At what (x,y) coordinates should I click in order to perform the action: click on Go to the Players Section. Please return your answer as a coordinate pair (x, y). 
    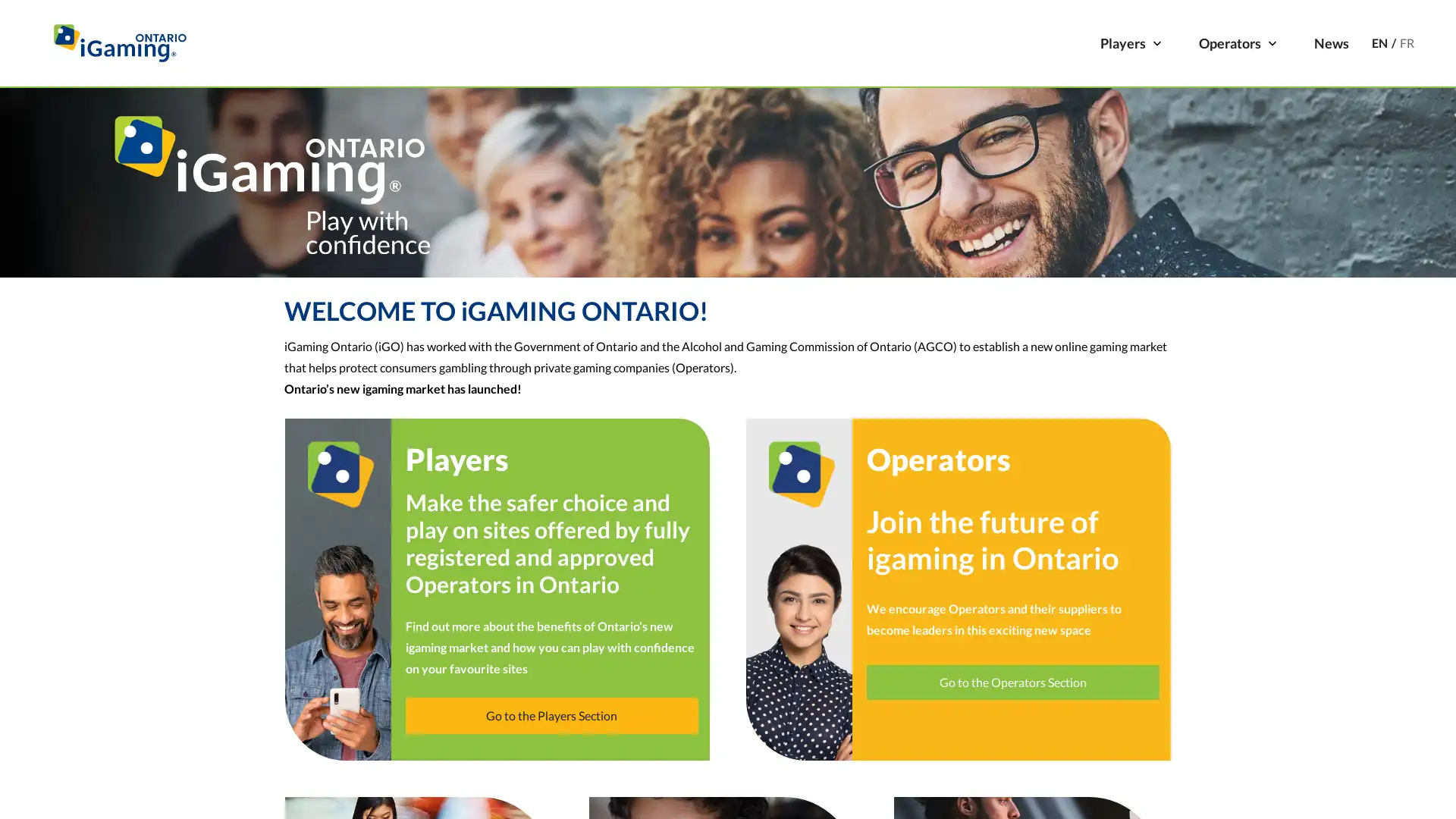
    Looking at the image, I should click on (550, 714).